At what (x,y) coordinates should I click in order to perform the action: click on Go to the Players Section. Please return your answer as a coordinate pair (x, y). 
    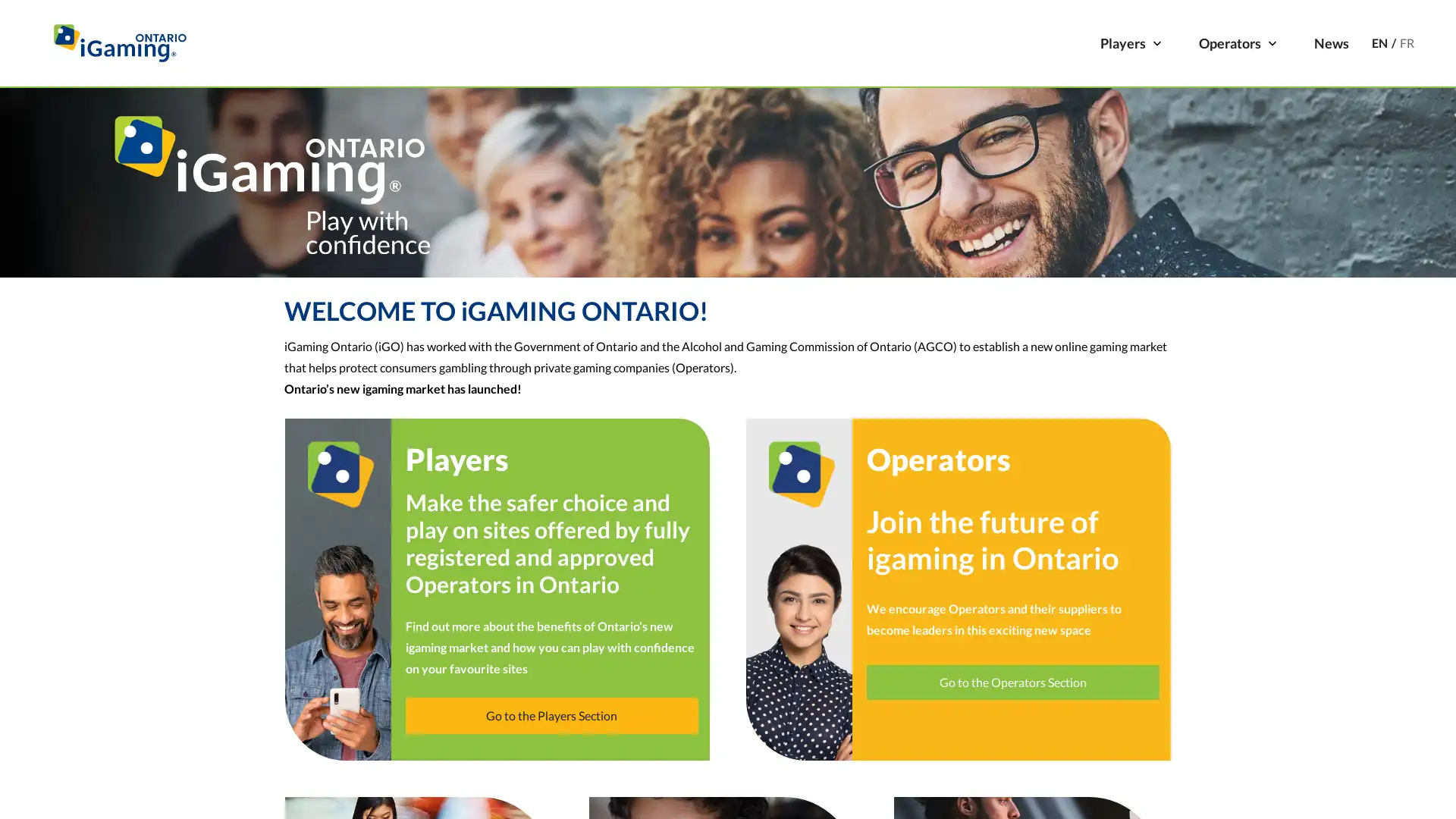
    Looking at the image, I should click on (550, 714).